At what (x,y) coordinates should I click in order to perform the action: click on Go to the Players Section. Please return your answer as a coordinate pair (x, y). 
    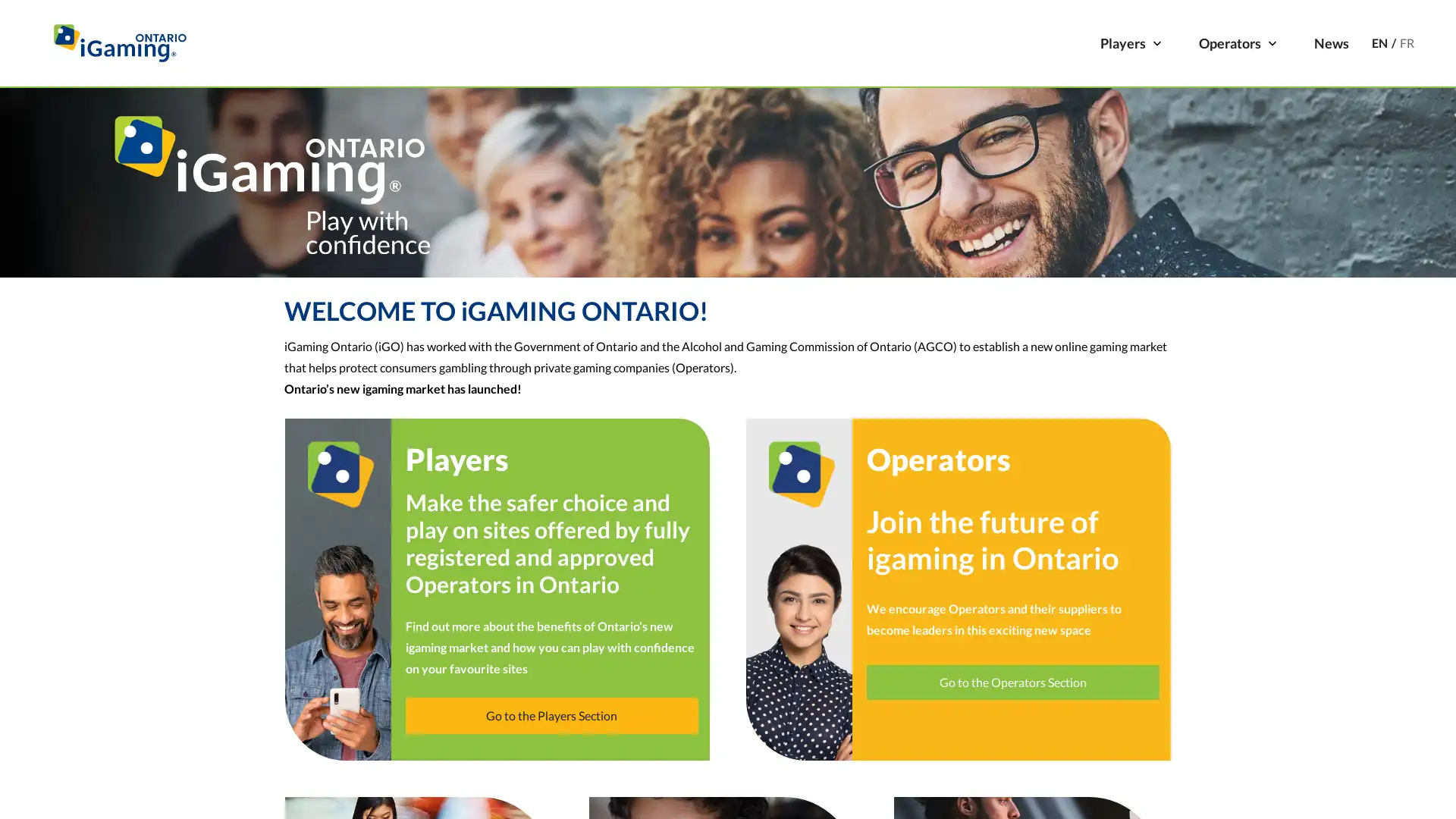
    Looking at the image, I should click on (550, 714).